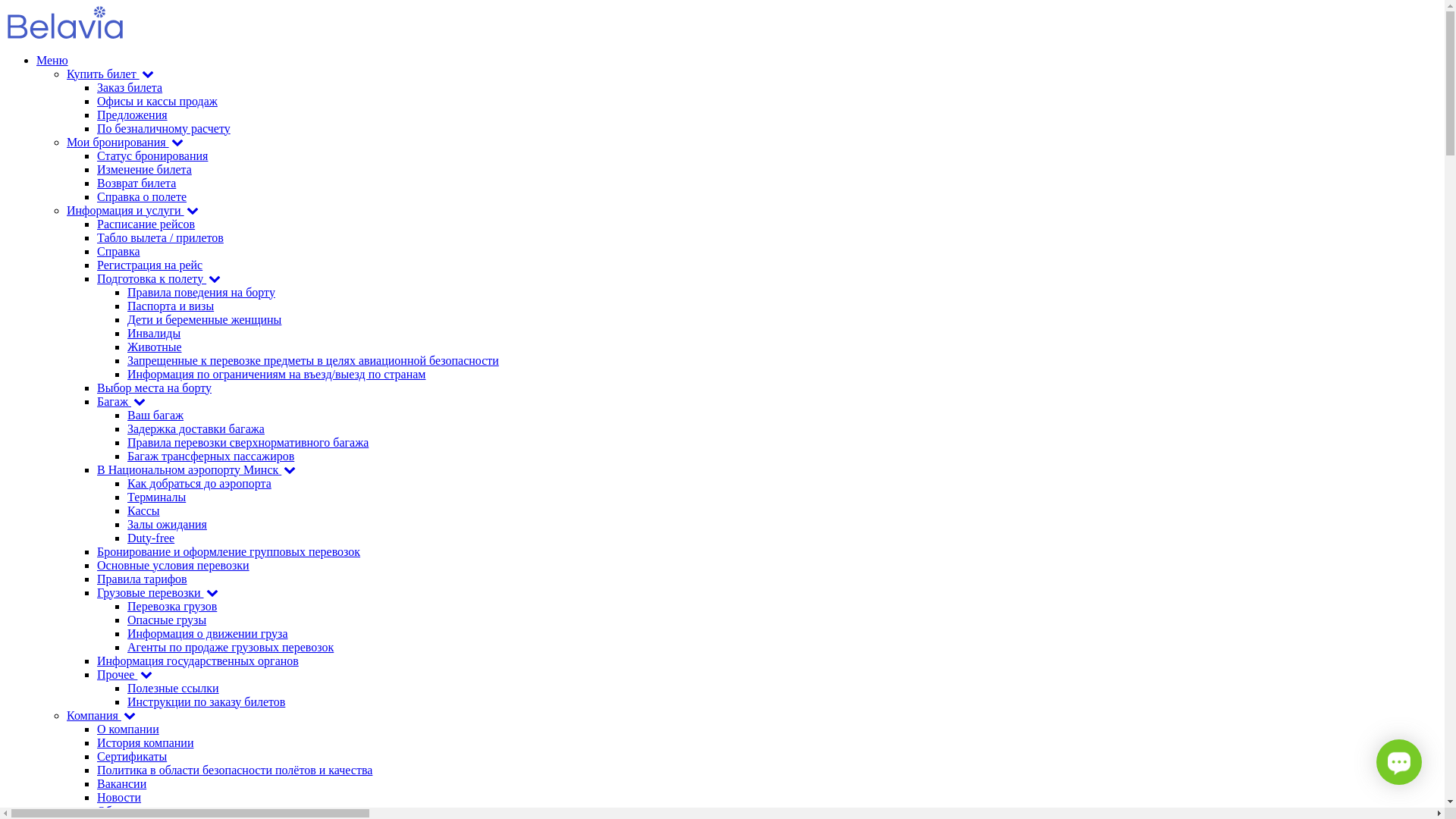 The image size is (1456, 819). Describe the element at coordinates (150, 536) in the screenshot. I see `'Duty-free'` at that location.